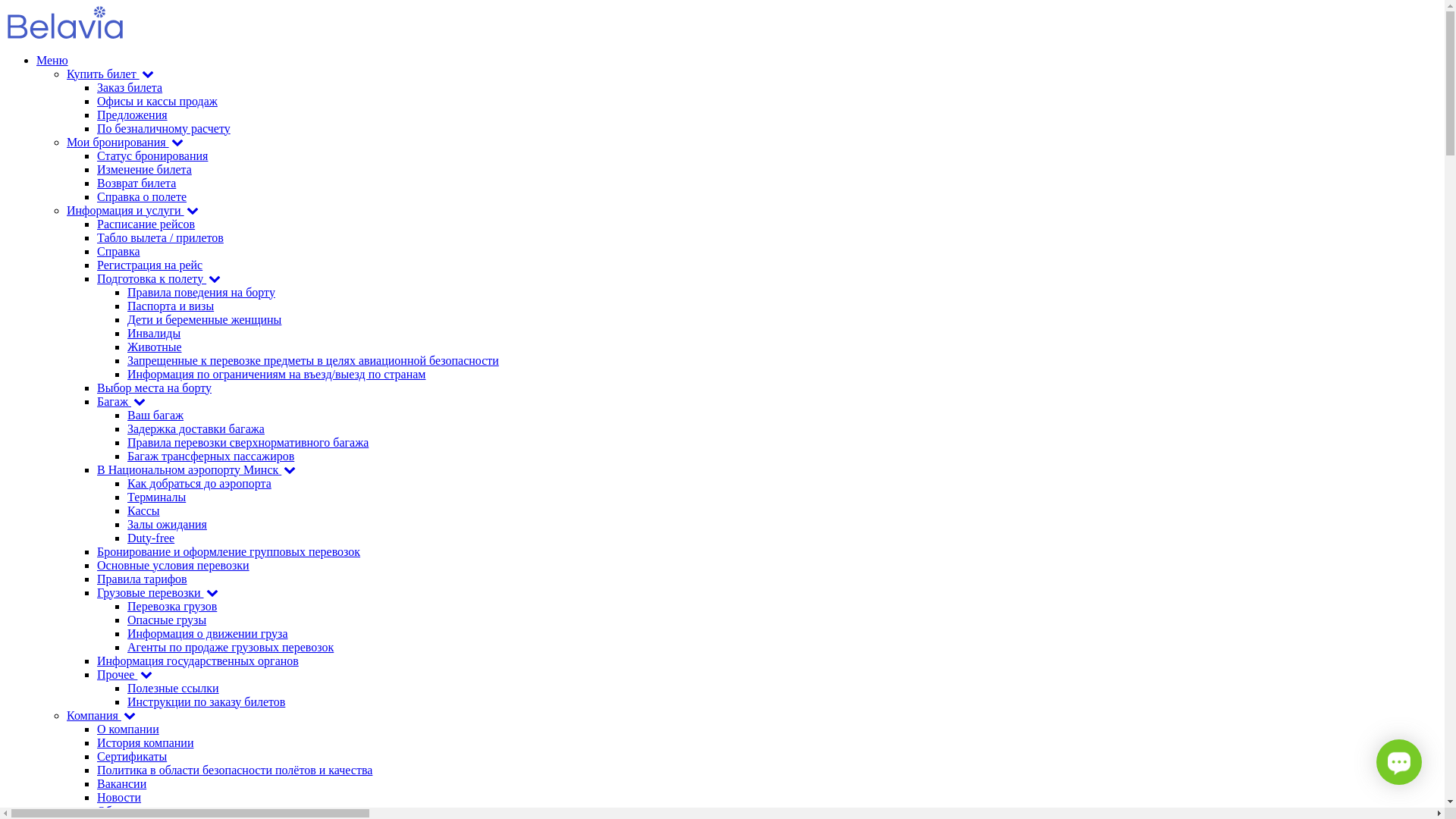 The image size is (1456, 819). Describe the element at coordinates (150, 536) in the screenshot. I see `'Duty-free'` at that location.